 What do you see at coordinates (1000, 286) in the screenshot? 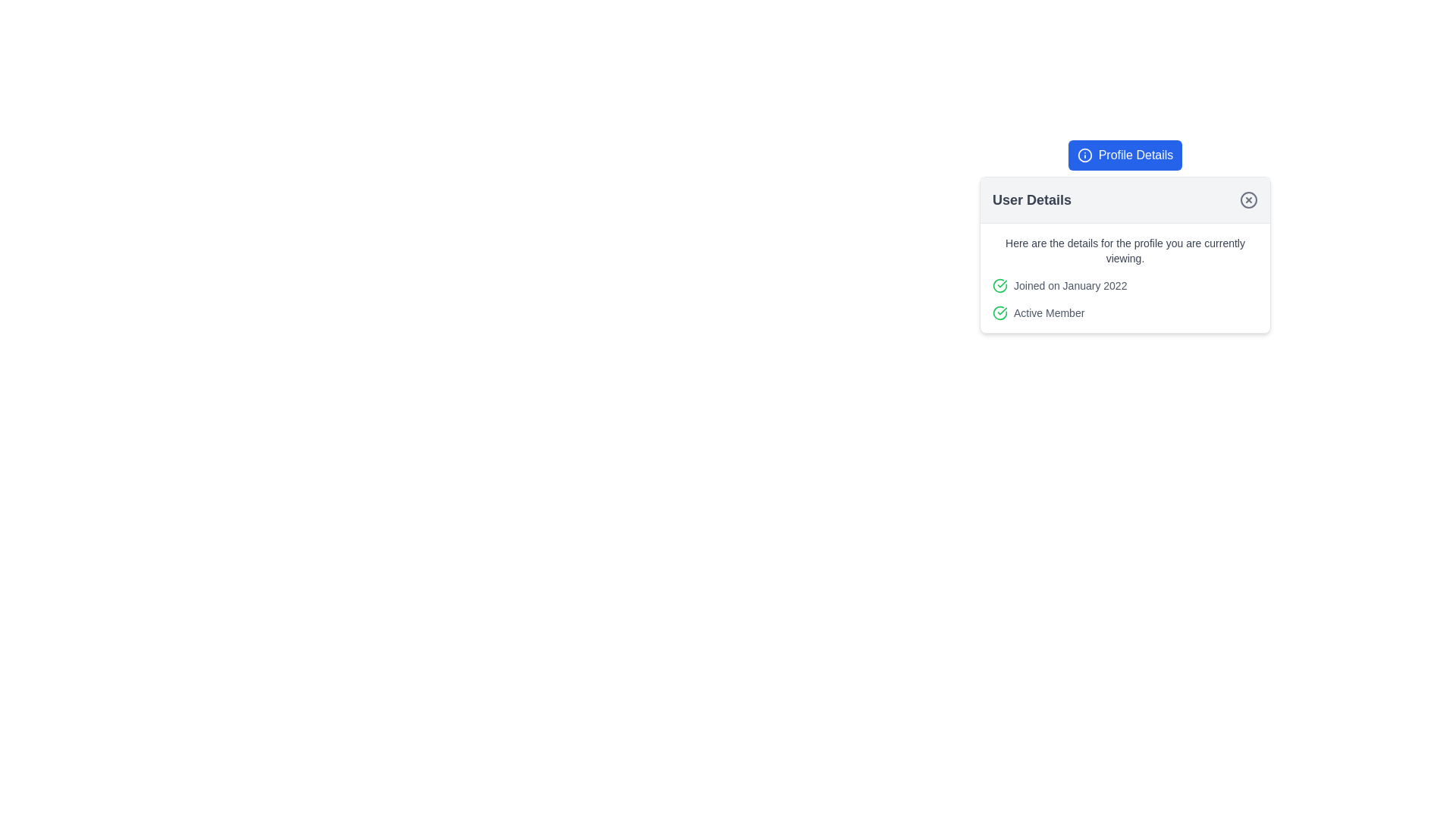
I see `the verification icon located to the left of the text 'Joined on January 2022' in the 'User Details' section` at bounding box center [1000, 286].